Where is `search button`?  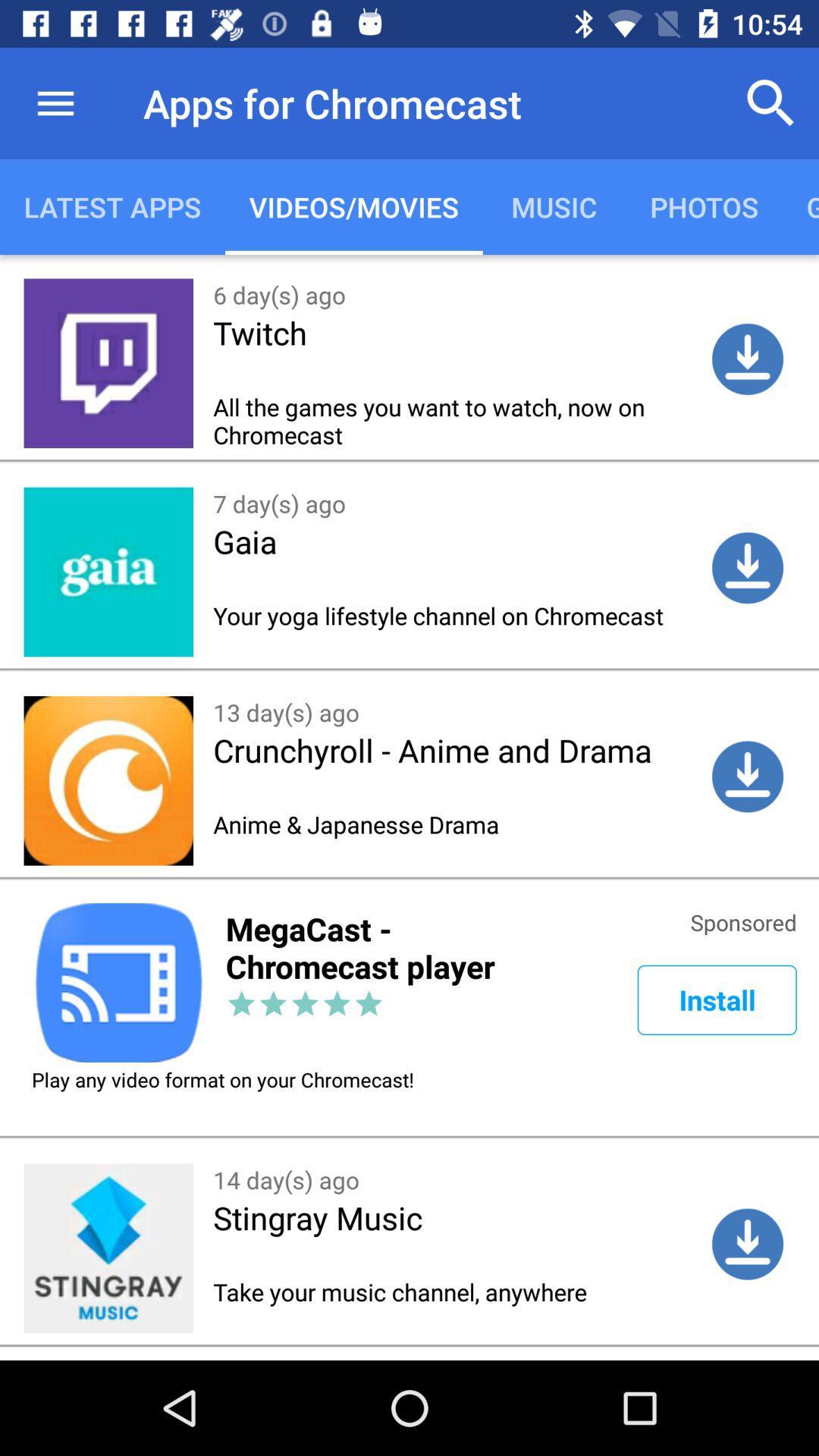 search button is located at coordinates (771, 103).